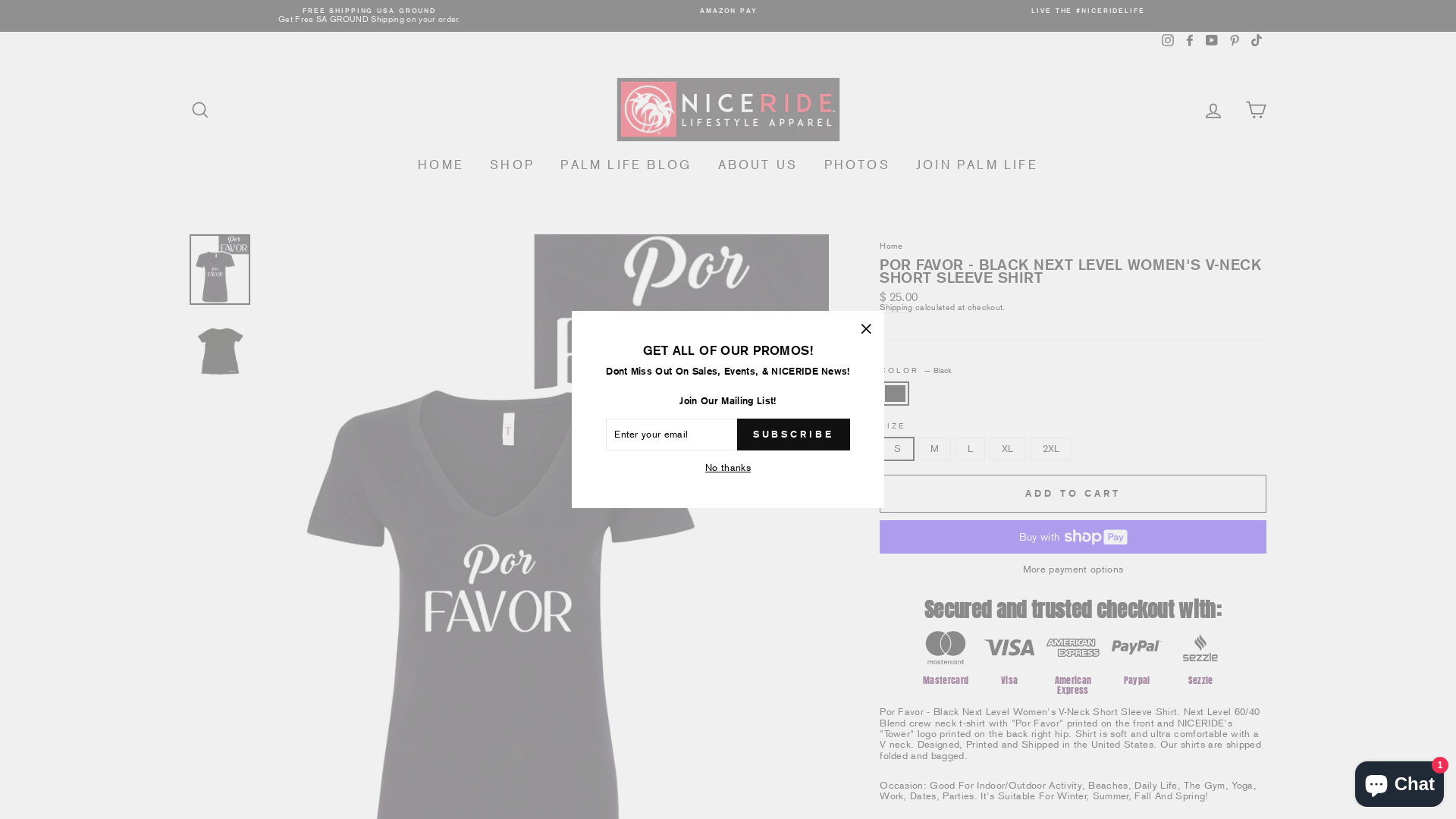  I want to click on 'CART', so click(1256, 108).